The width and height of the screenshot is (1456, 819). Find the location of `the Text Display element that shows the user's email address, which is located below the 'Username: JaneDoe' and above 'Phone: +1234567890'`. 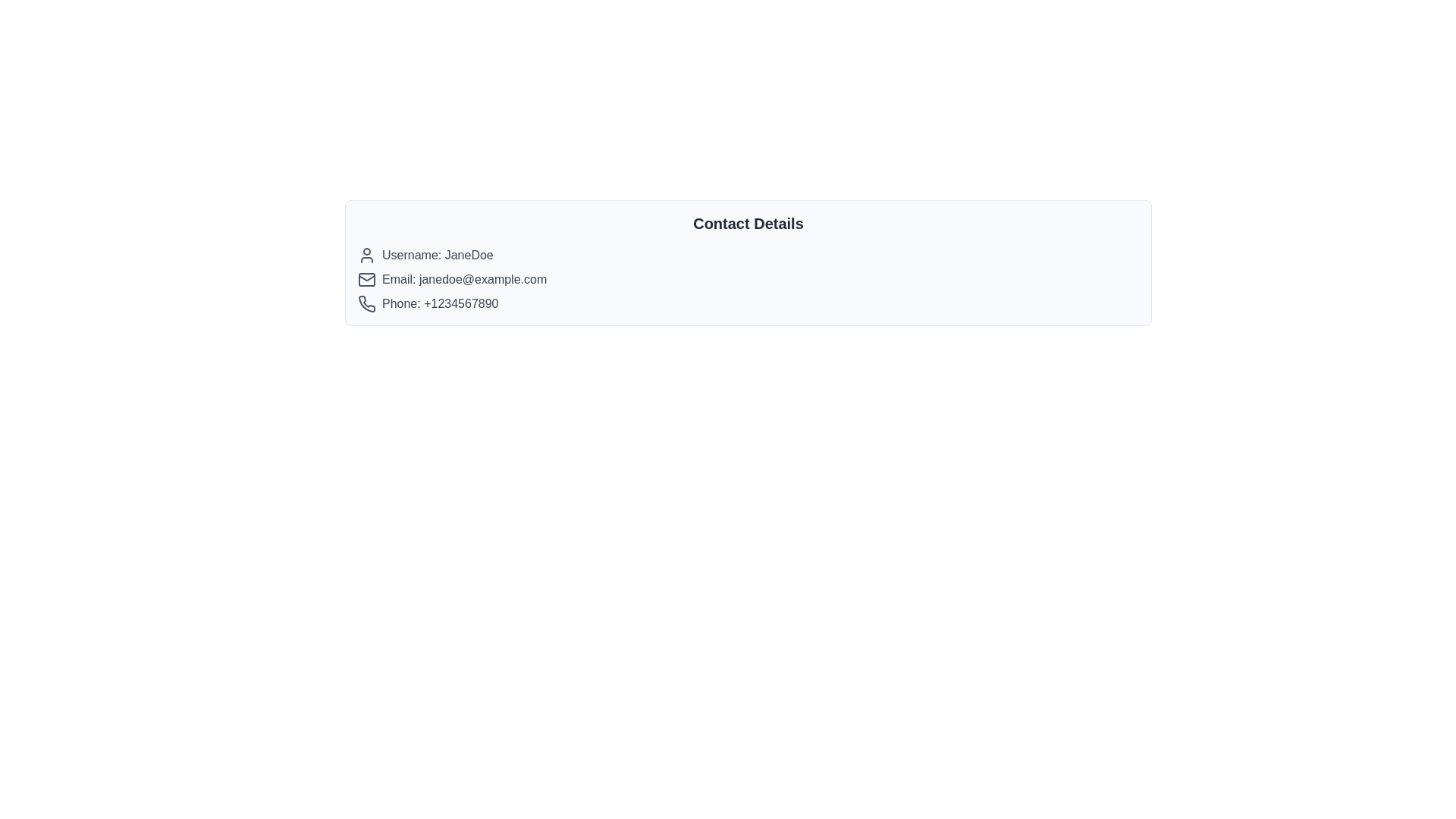

the Text Display element that shows the user's email address, which is located below the 'Username: JaneDoe' and above 'Phone: +1234567890' is located at coordinates (463, 280).